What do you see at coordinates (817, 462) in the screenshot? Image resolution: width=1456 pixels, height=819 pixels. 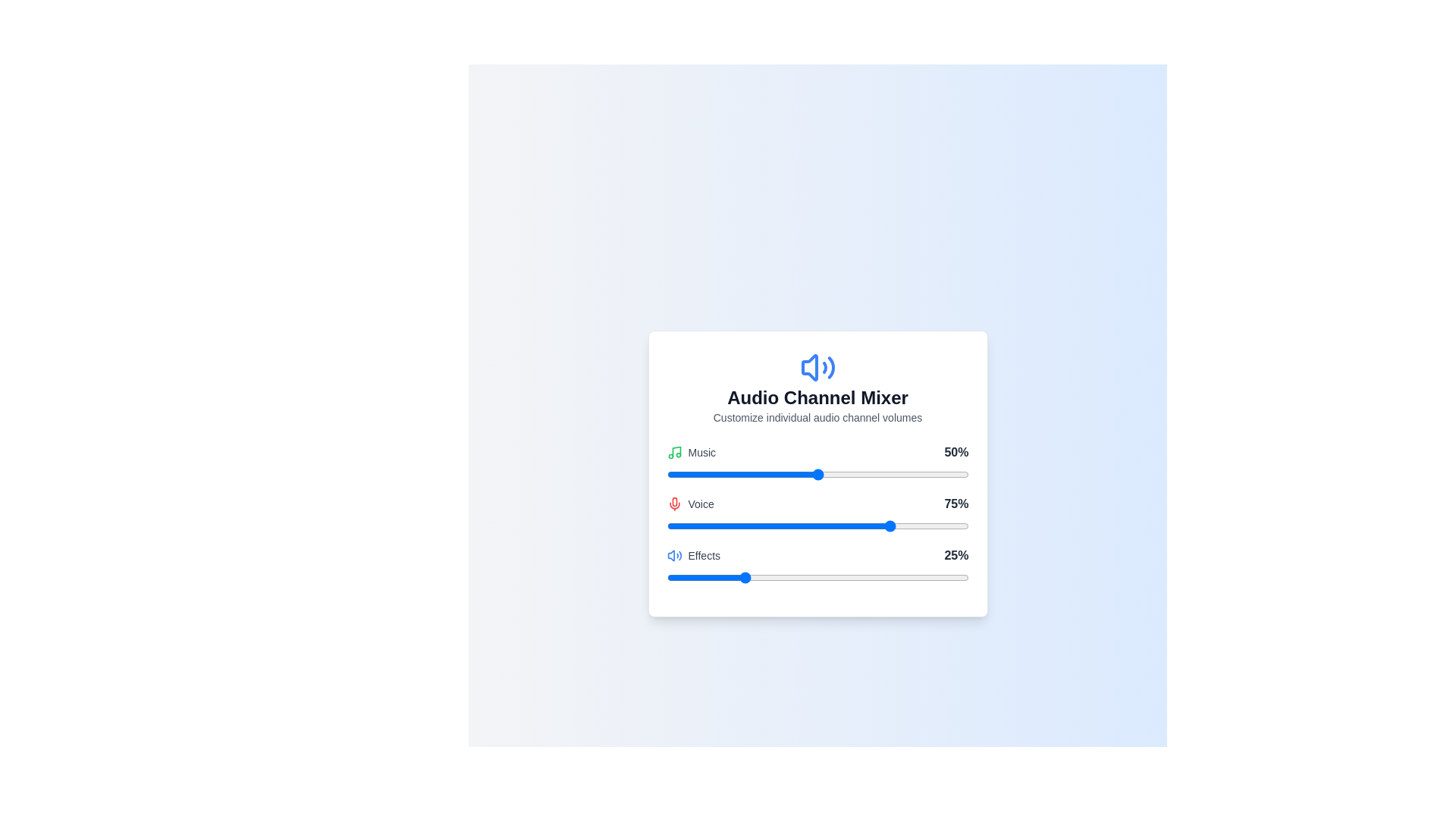 I see `the 'Music' slider, which features a blue track, a draggable circle knob, and displays a value of '50%' on the right, to set a value` at bounding box center [817, 462].